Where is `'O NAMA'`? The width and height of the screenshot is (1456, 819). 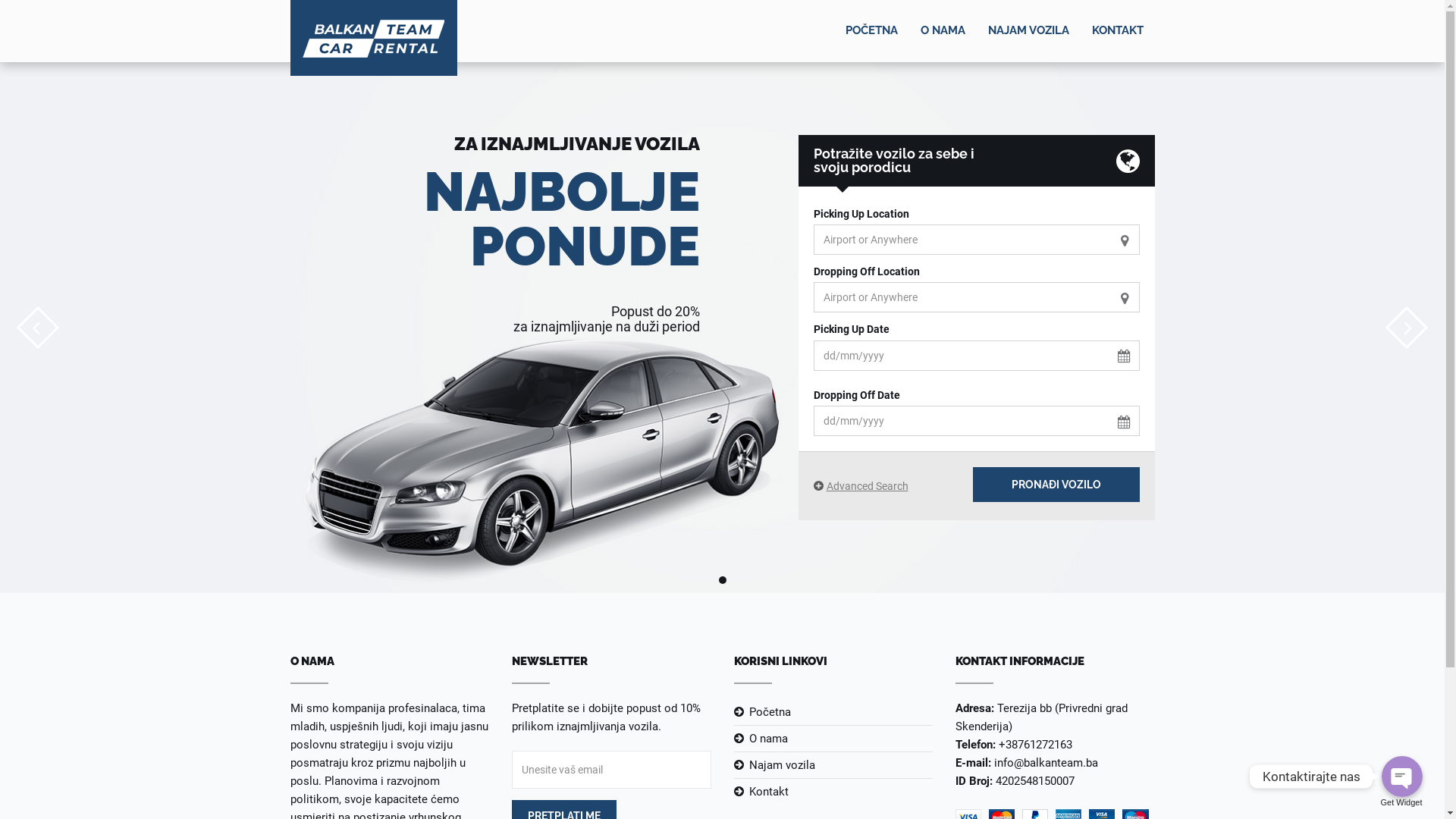 'O NAMA' is located at coordinates (941, 31).